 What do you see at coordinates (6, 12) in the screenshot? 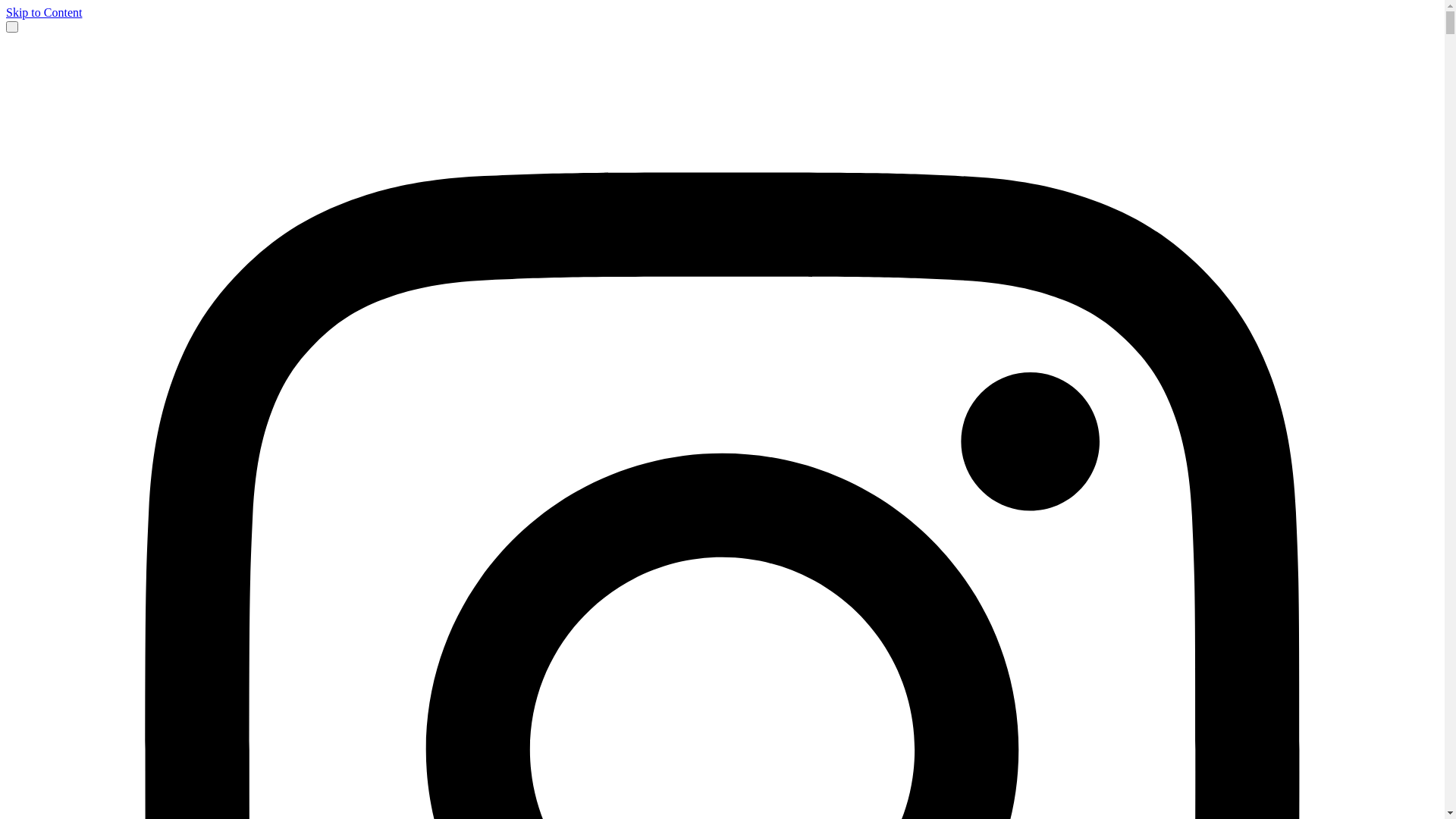
I see `'Skip to Content'` at bounding box center [6, 12].